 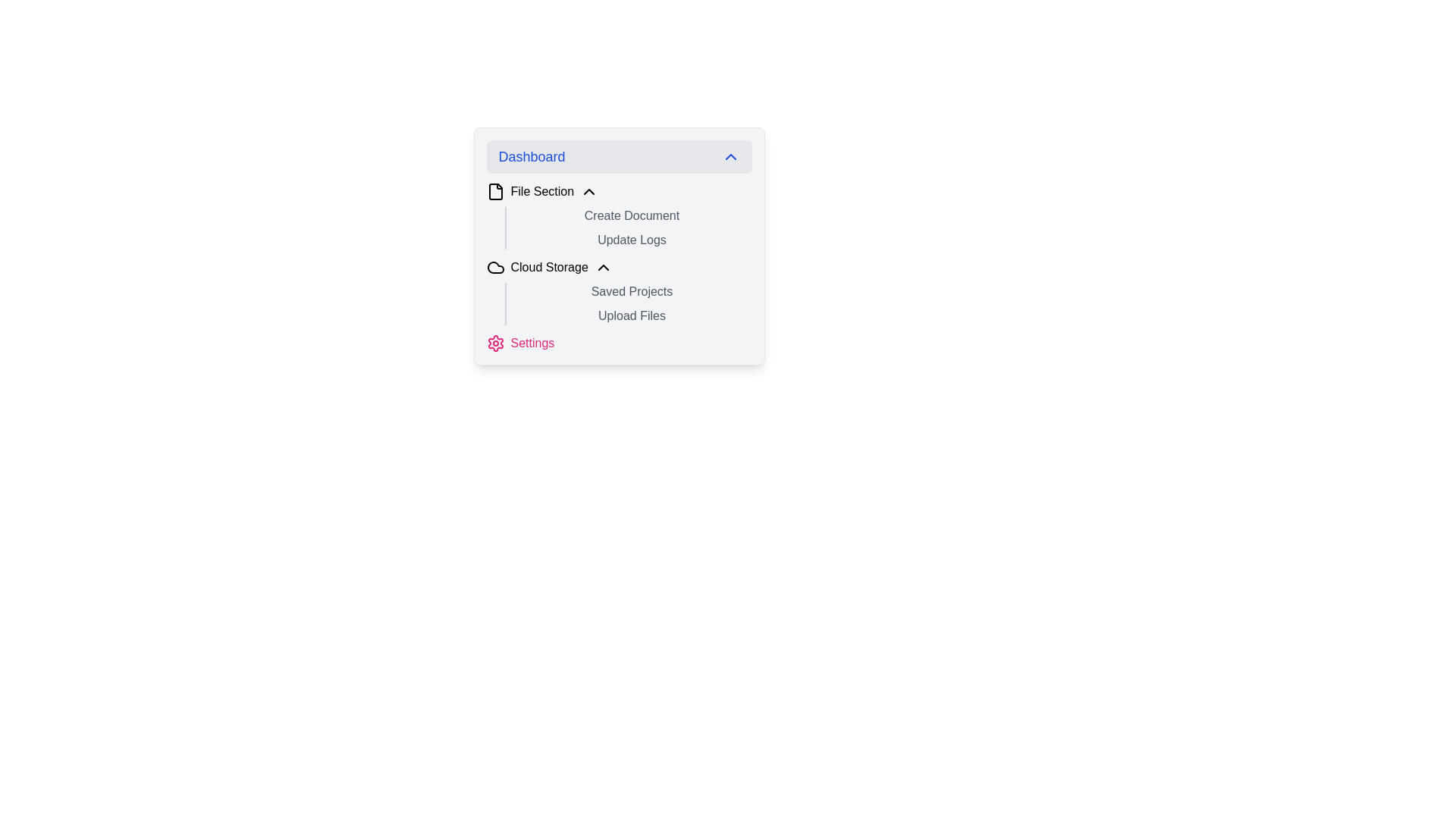 What do you see at coordinates (619, 216) in the screenshot?
I see `the 'Create Document' text label in the dropdown list under the 'File Section' heading` at bounding box center [619, 216].